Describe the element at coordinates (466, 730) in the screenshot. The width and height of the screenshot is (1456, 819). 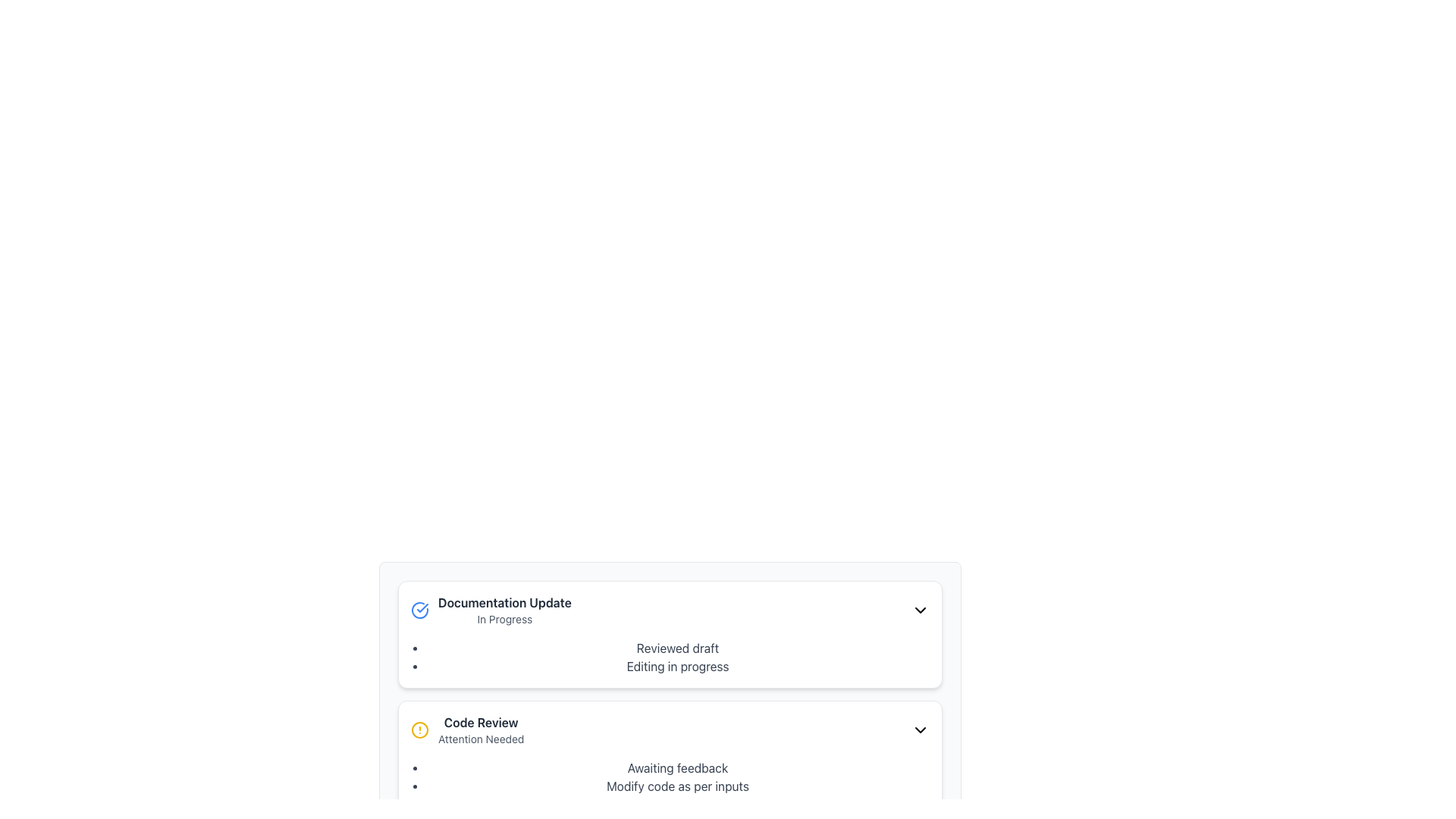
I see `the 'Code Review' text block with the adjacent yellow alert icon` at that location.